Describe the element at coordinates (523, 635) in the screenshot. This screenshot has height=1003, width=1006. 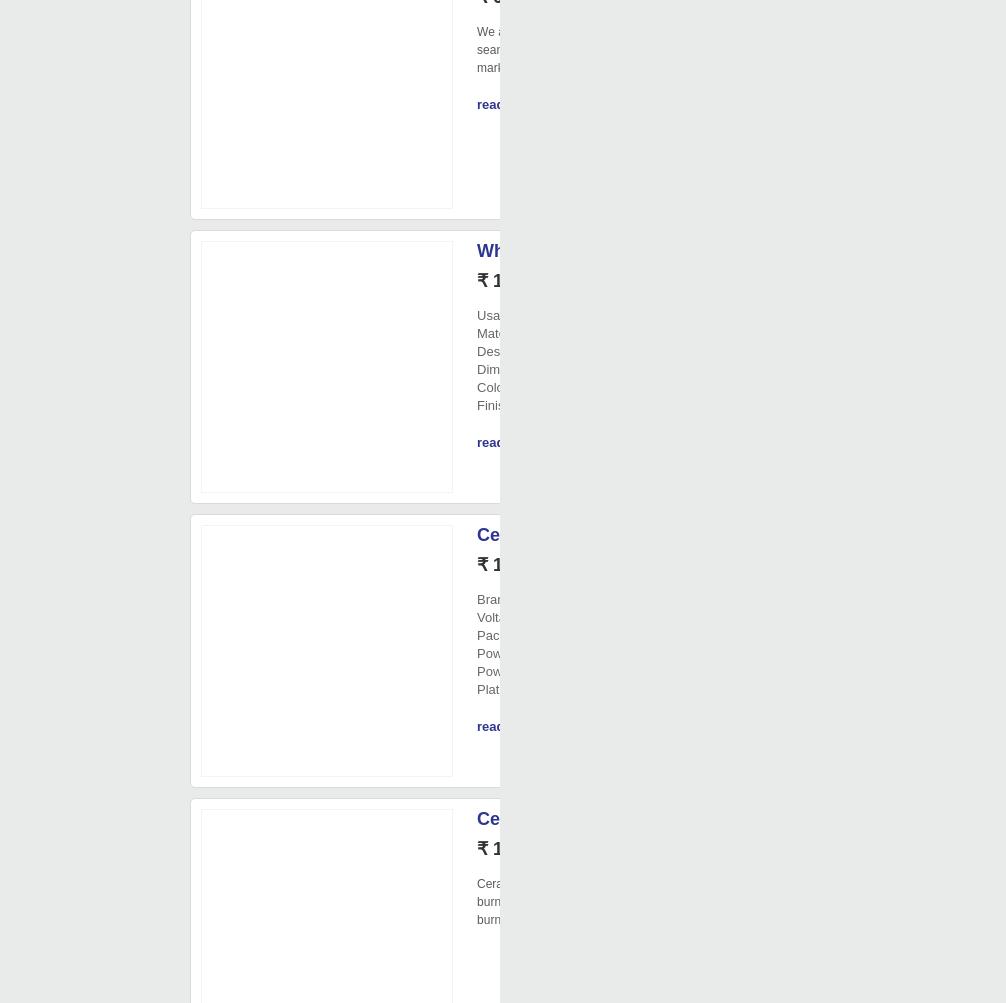
I see `'Packaging Type'` at that location.